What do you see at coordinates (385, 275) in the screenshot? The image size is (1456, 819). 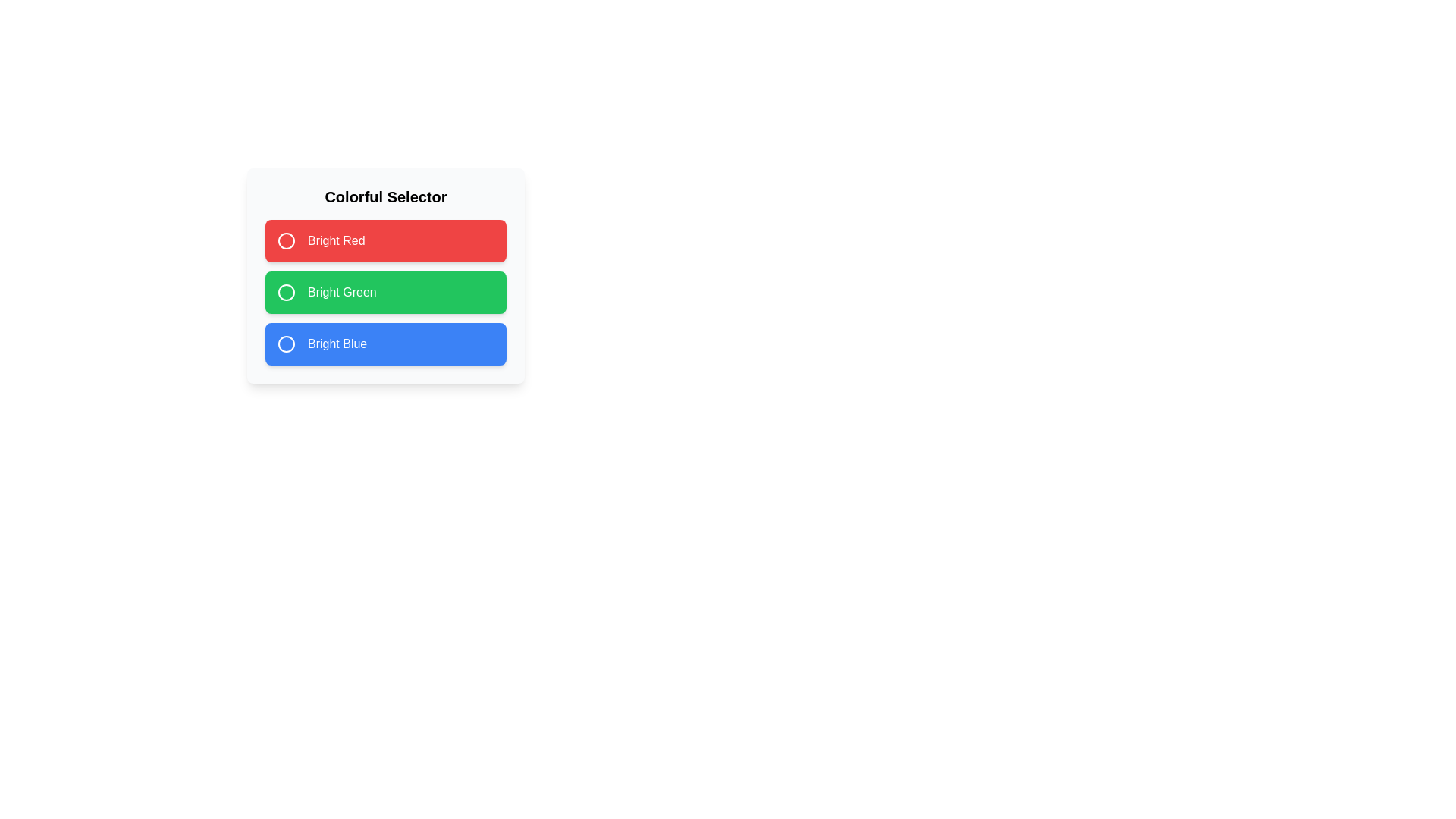 I see `the 'Bright Green' button located under the 'Colorful Selector' heading` at bounding box center [385, 275].